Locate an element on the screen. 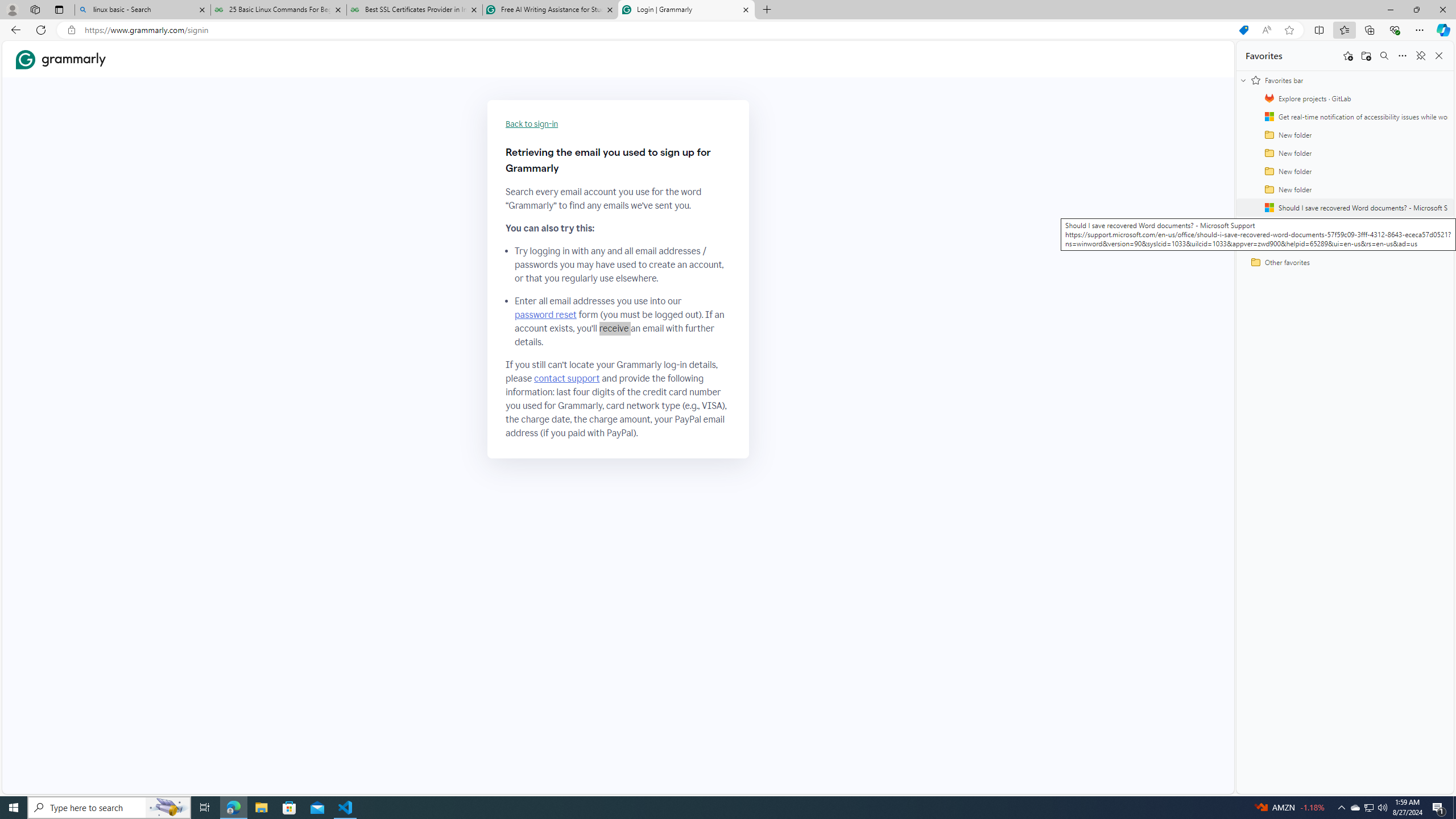  'Search favorites' is located at coordinates (1384, 55).